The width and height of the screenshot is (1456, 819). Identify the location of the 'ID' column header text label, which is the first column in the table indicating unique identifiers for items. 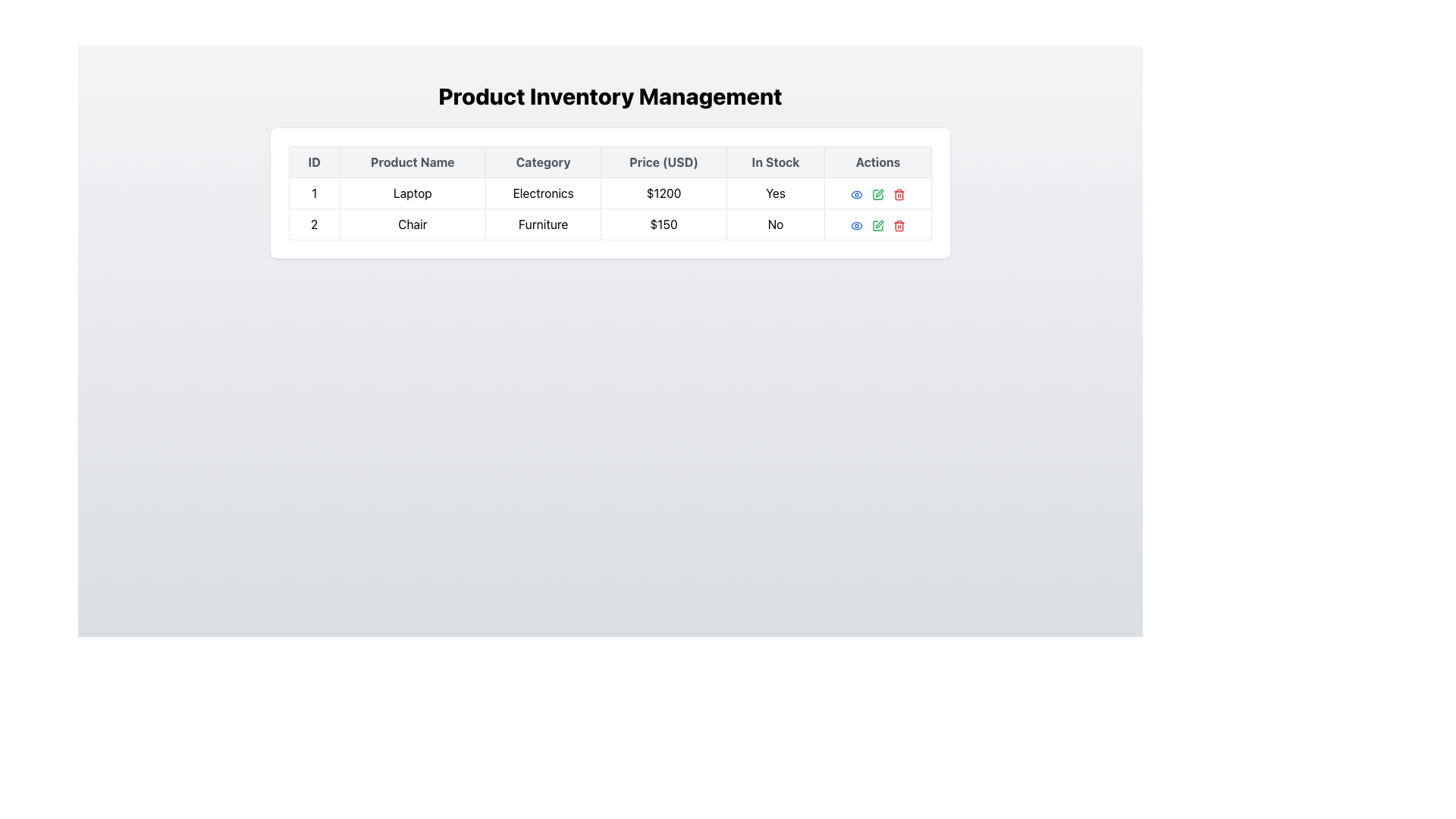
(313, 162).